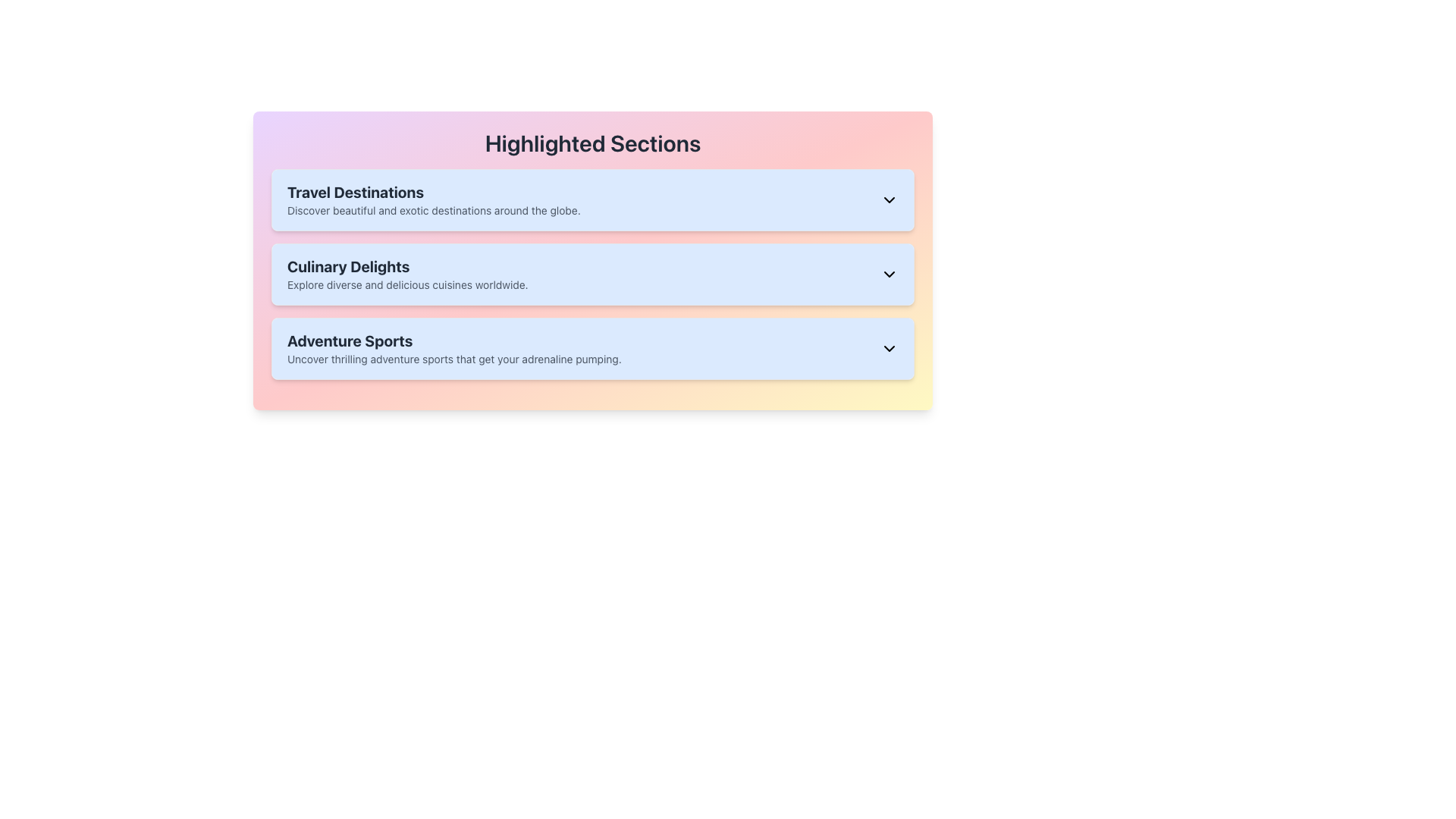 The image size is (1456, 819). What do you see at coordinates (433, 199) in the screenshot?
I see `the clickable section header for 'Travel Destinations', which is the first section in the list above 'Culinary Delights' and 'Adventure Sports'` at bounding box center [433, 199].